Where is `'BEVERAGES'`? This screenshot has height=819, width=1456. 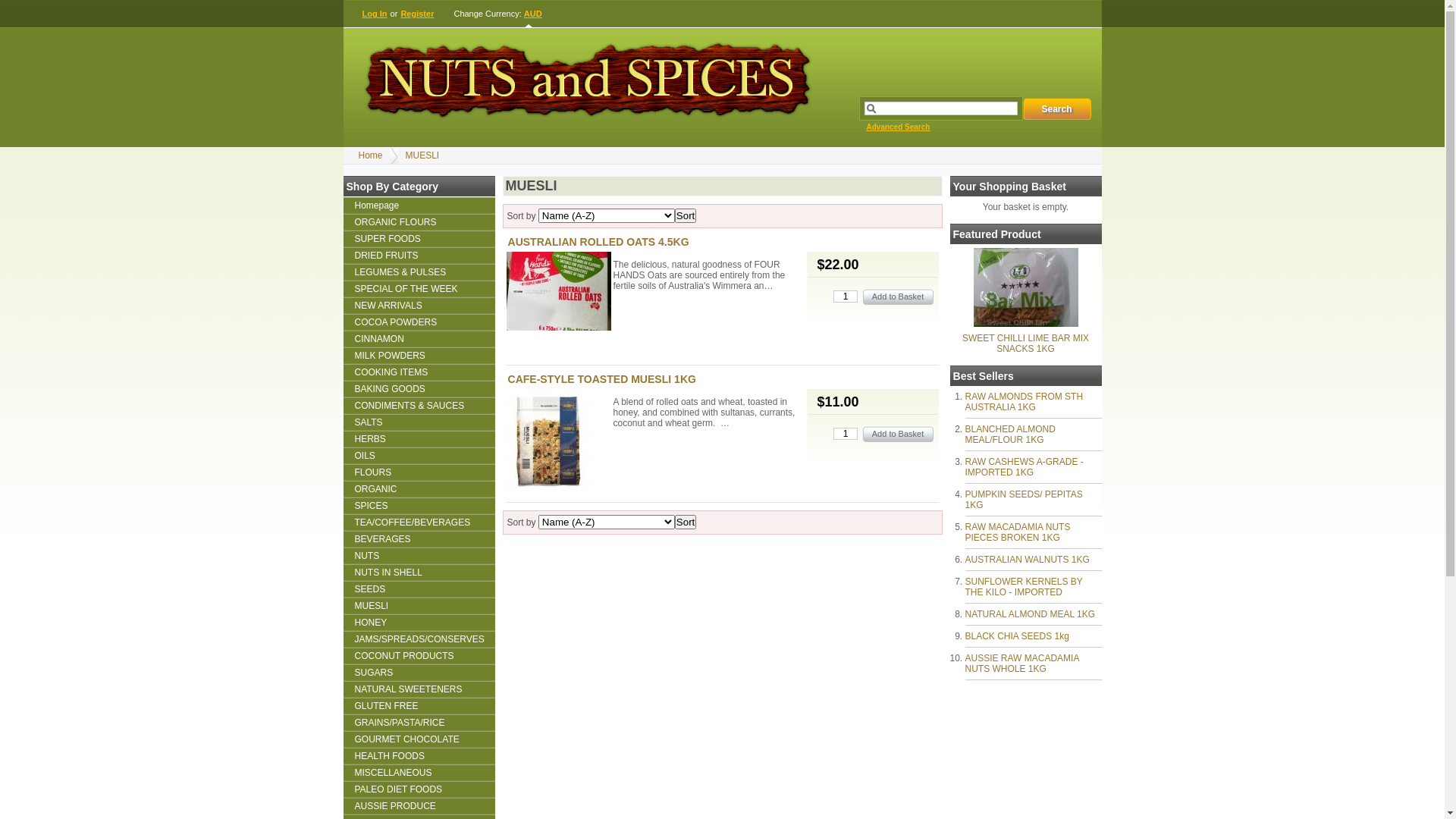 'BEVERAGES' is located at coordinates (419, 538).